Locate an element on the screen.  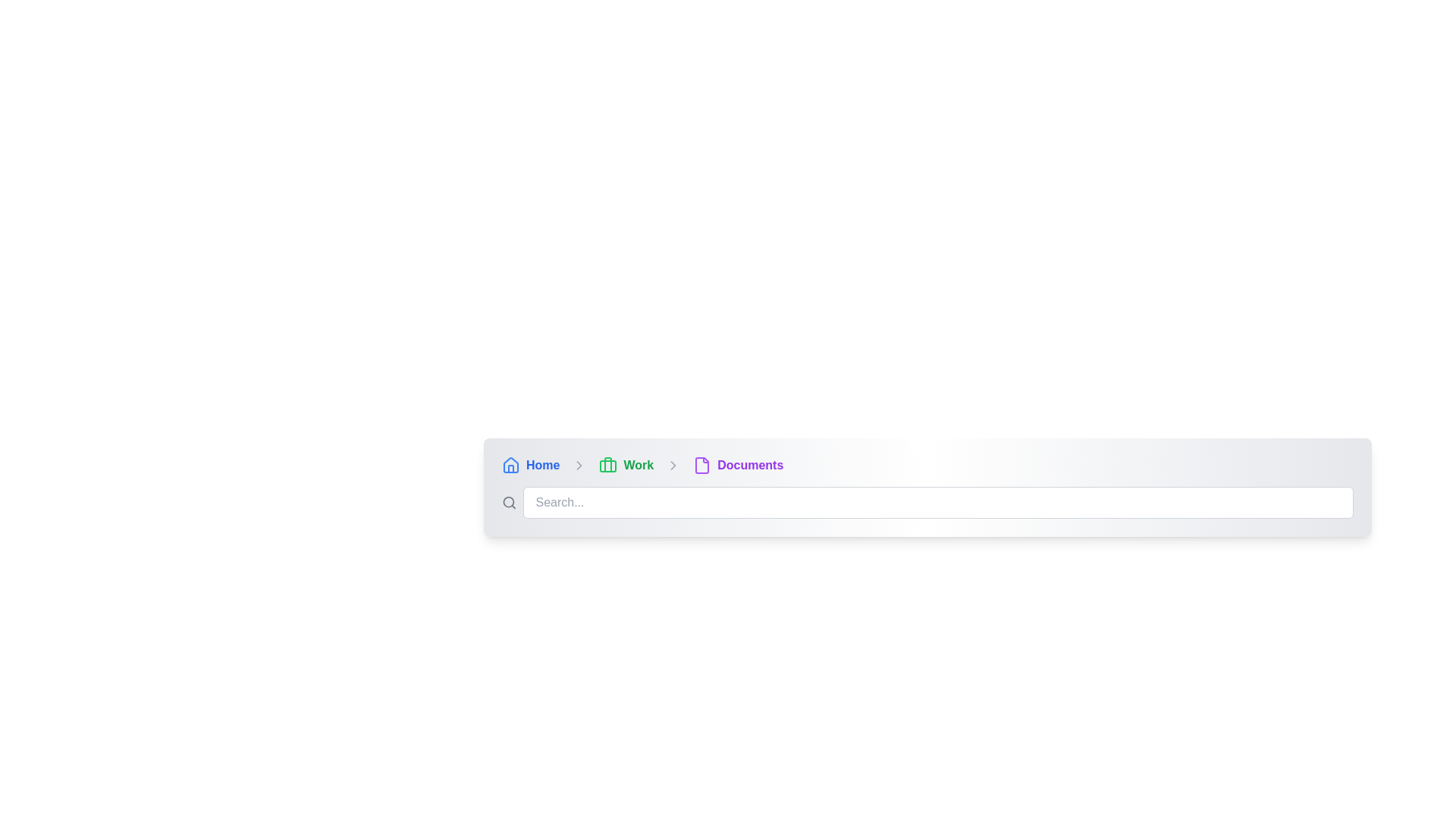
the search icon located to the left of the search input field, which visually indicates the search functionality is located at coordinates (509, 503).